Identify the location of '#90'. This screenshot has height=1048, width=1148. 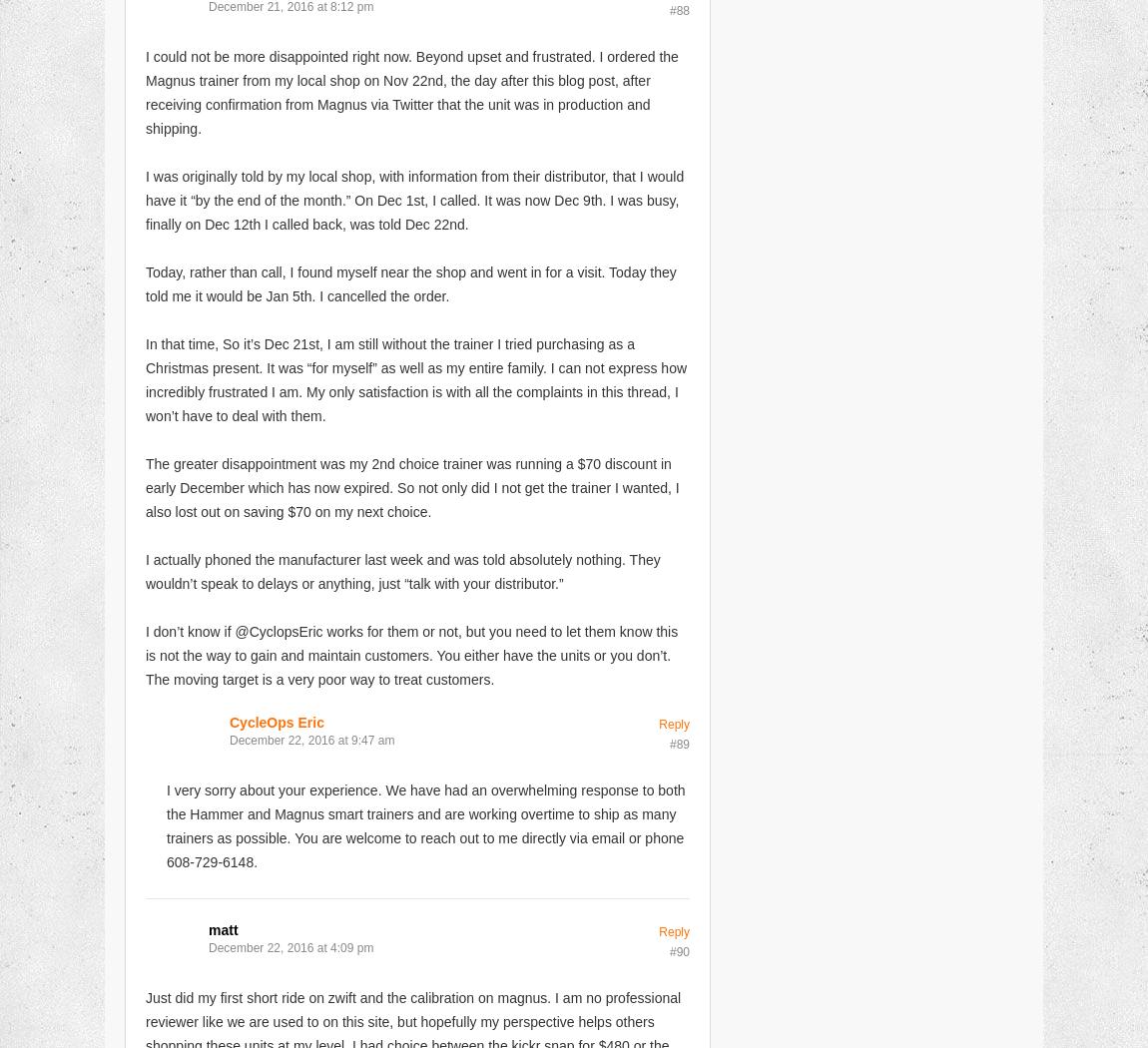
(678, 949).